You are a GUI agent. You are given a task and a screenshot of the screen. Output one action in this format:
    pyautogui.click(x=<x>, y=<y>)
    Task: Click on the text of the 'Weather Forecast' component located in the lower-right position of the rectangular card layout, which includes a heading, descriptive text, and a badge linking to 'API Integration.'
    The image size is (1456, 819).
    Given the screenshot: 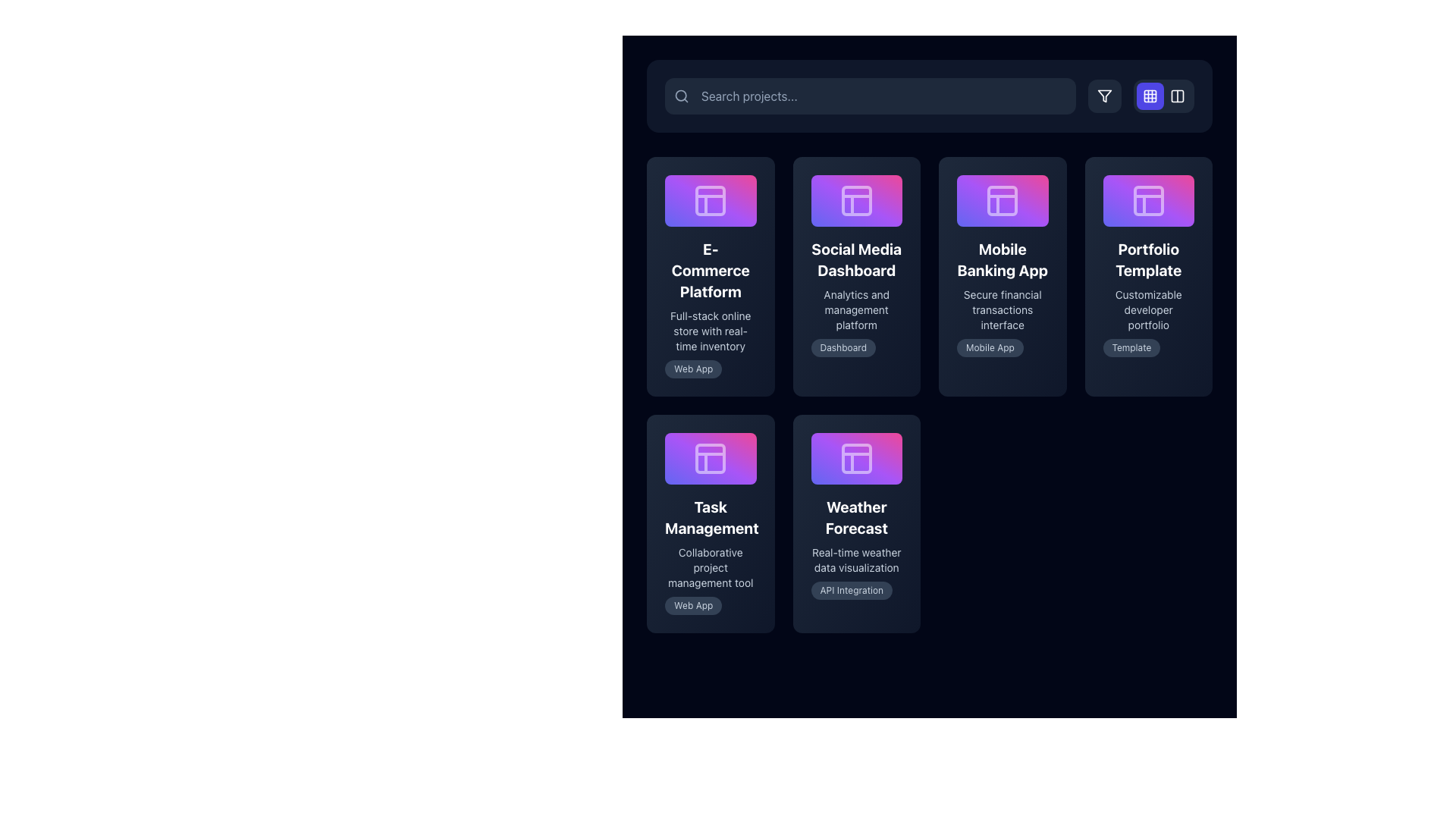 What is the action you would take?
    pyautogui.click(x=856, y=548)
    